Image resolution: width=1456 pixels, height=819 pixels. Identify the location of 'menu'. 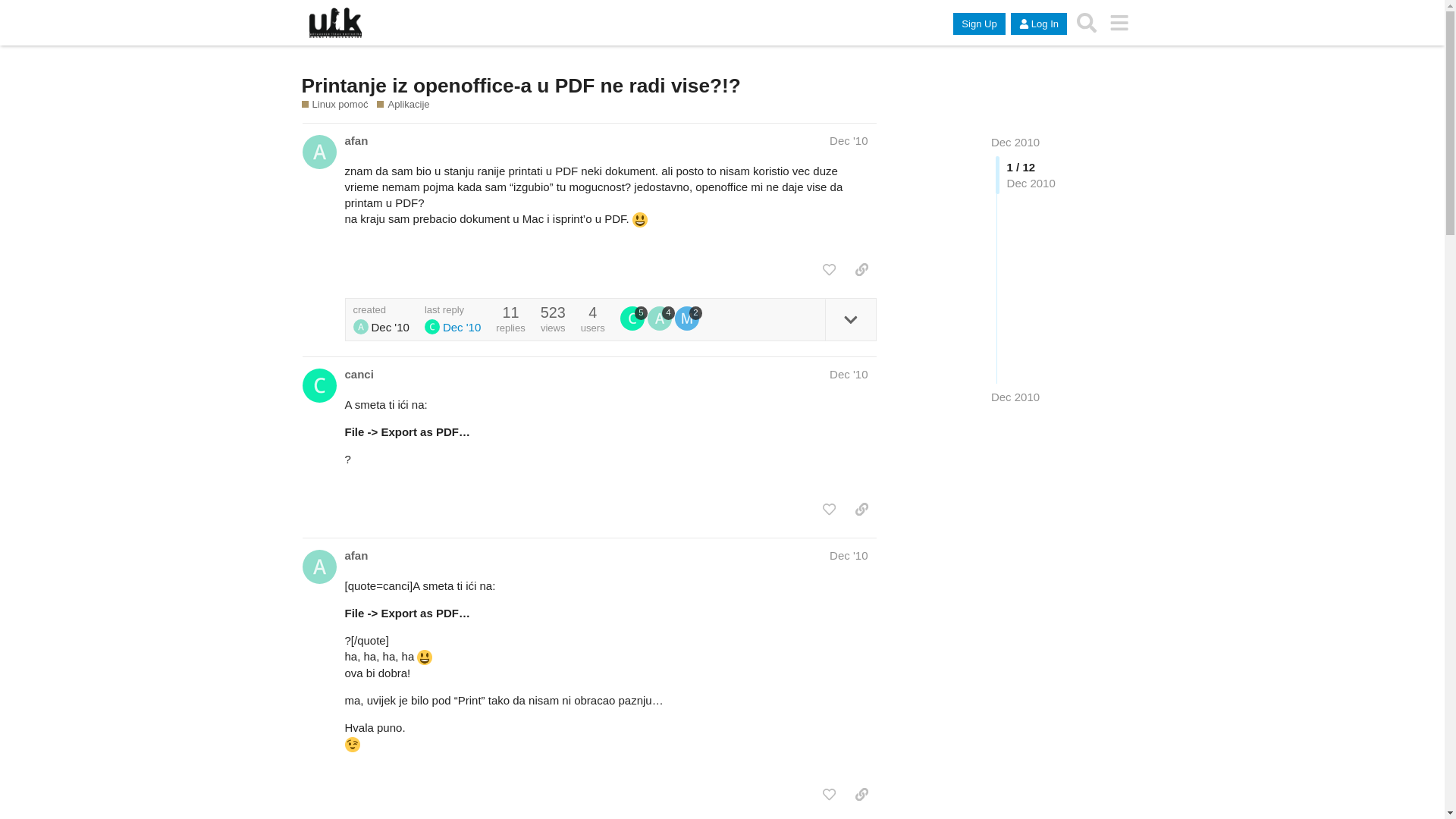
(1103, 23).